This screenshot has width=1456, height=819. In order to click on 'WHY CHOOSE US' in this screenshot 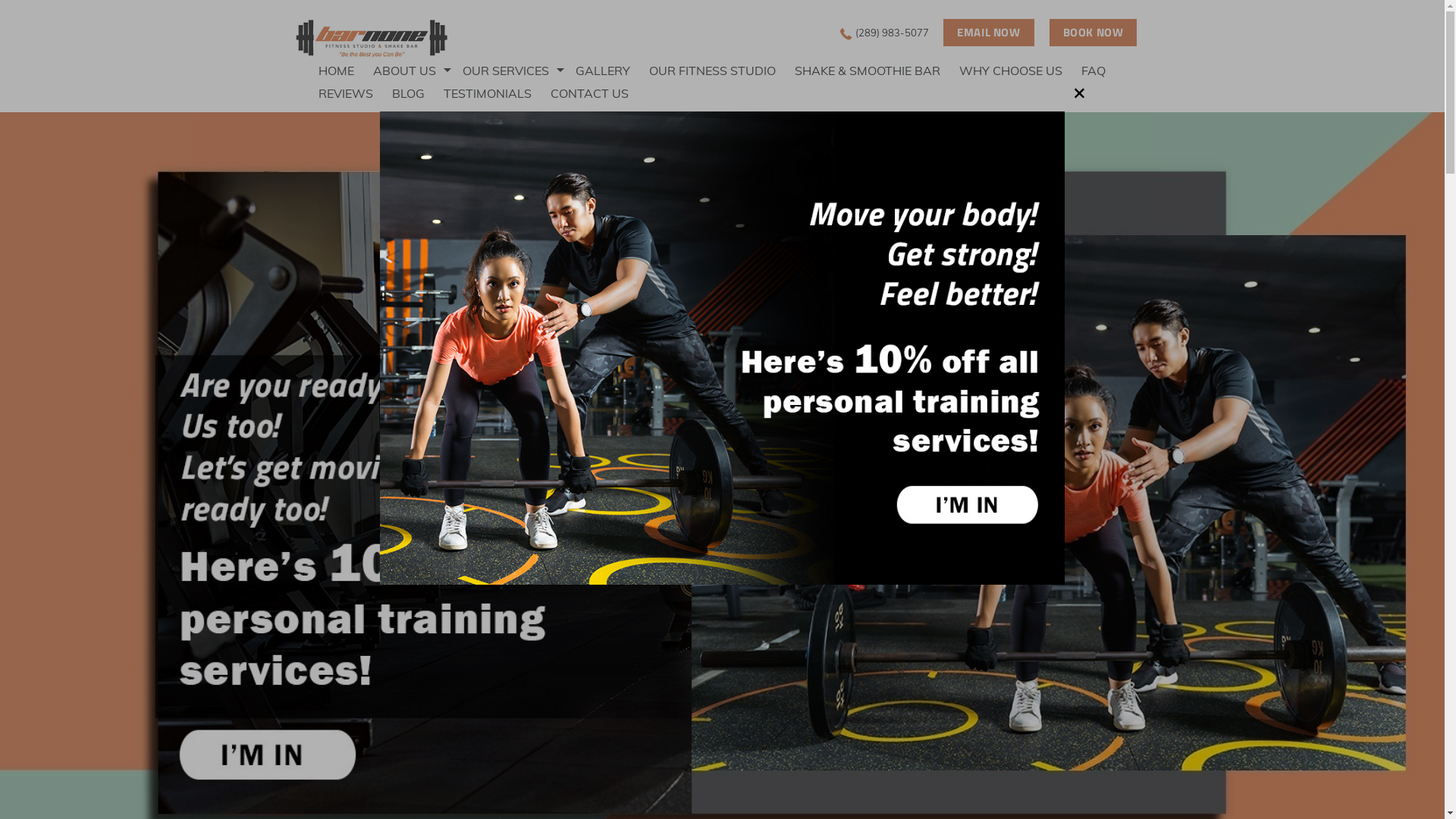, I will do `click(1020, 70)`.